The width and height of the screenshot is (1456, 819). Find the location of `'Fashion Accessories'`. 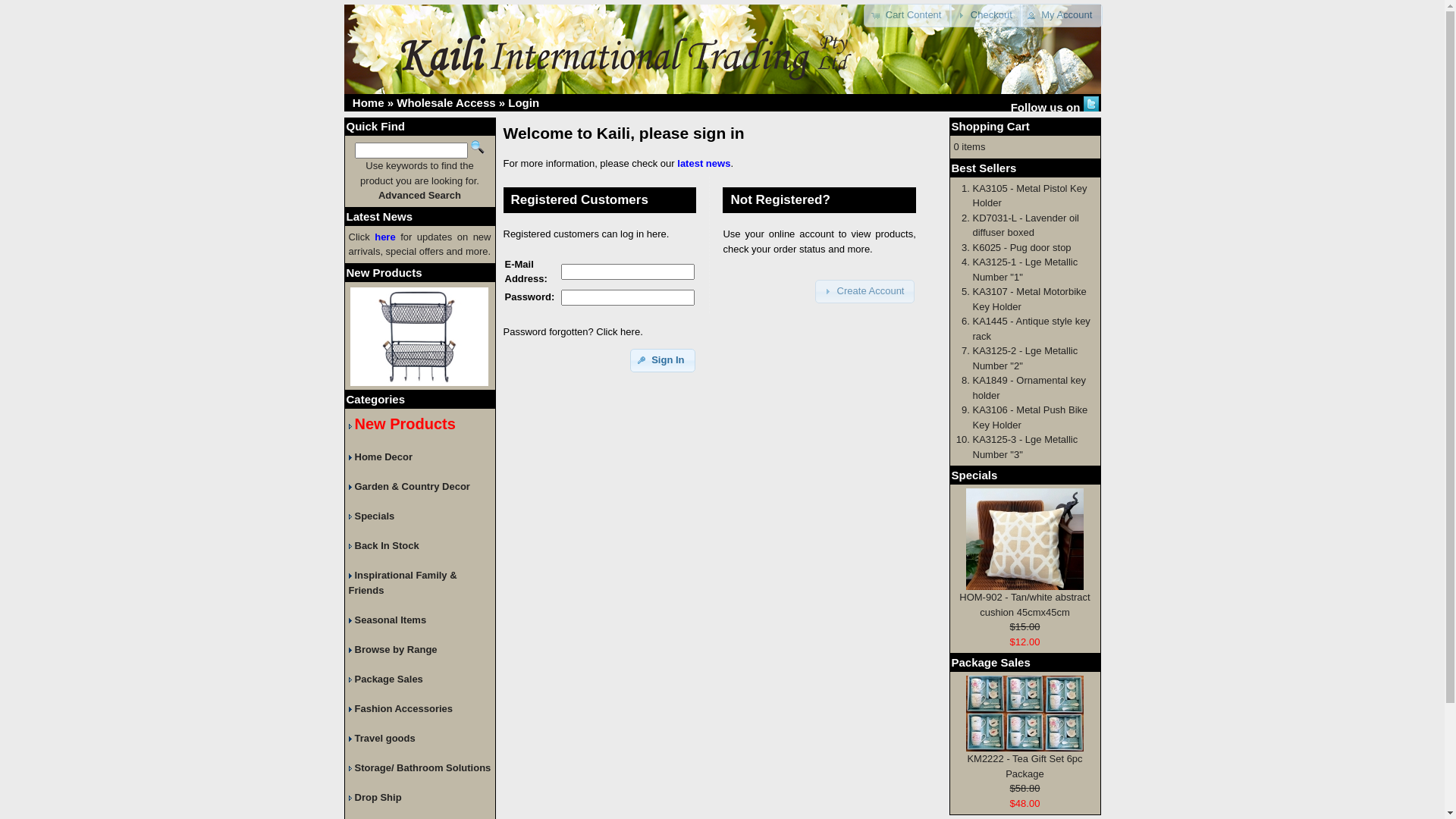

'Fashion Accessories' is located at coordinates (400, 708).